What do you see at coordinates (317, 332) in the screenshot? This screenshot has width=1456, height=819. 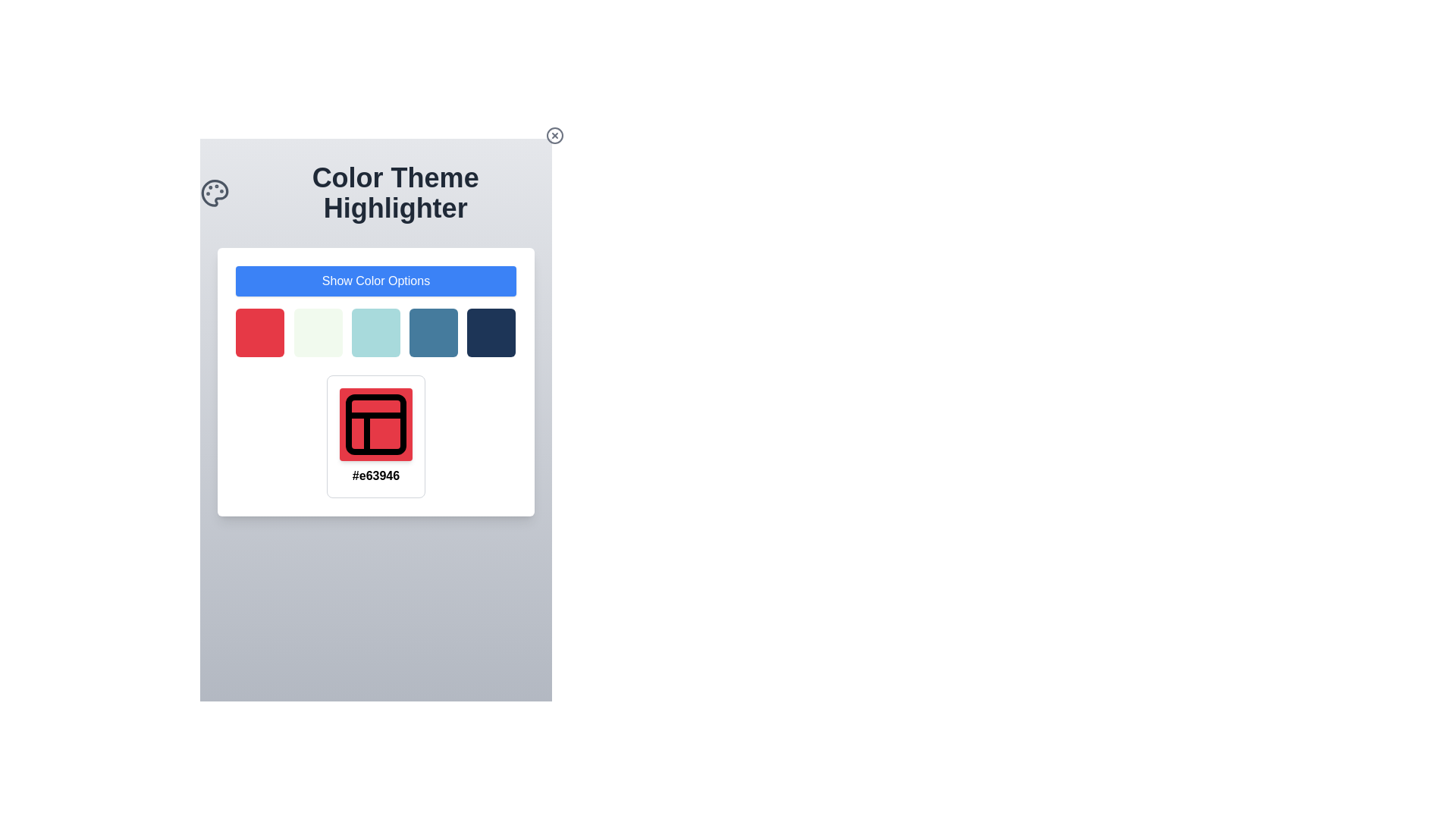 I see `the second interactive rectangular tile from the left in the row of five tiles, which has a soft light green background and rounded corners` at bounding box center [317, 332].